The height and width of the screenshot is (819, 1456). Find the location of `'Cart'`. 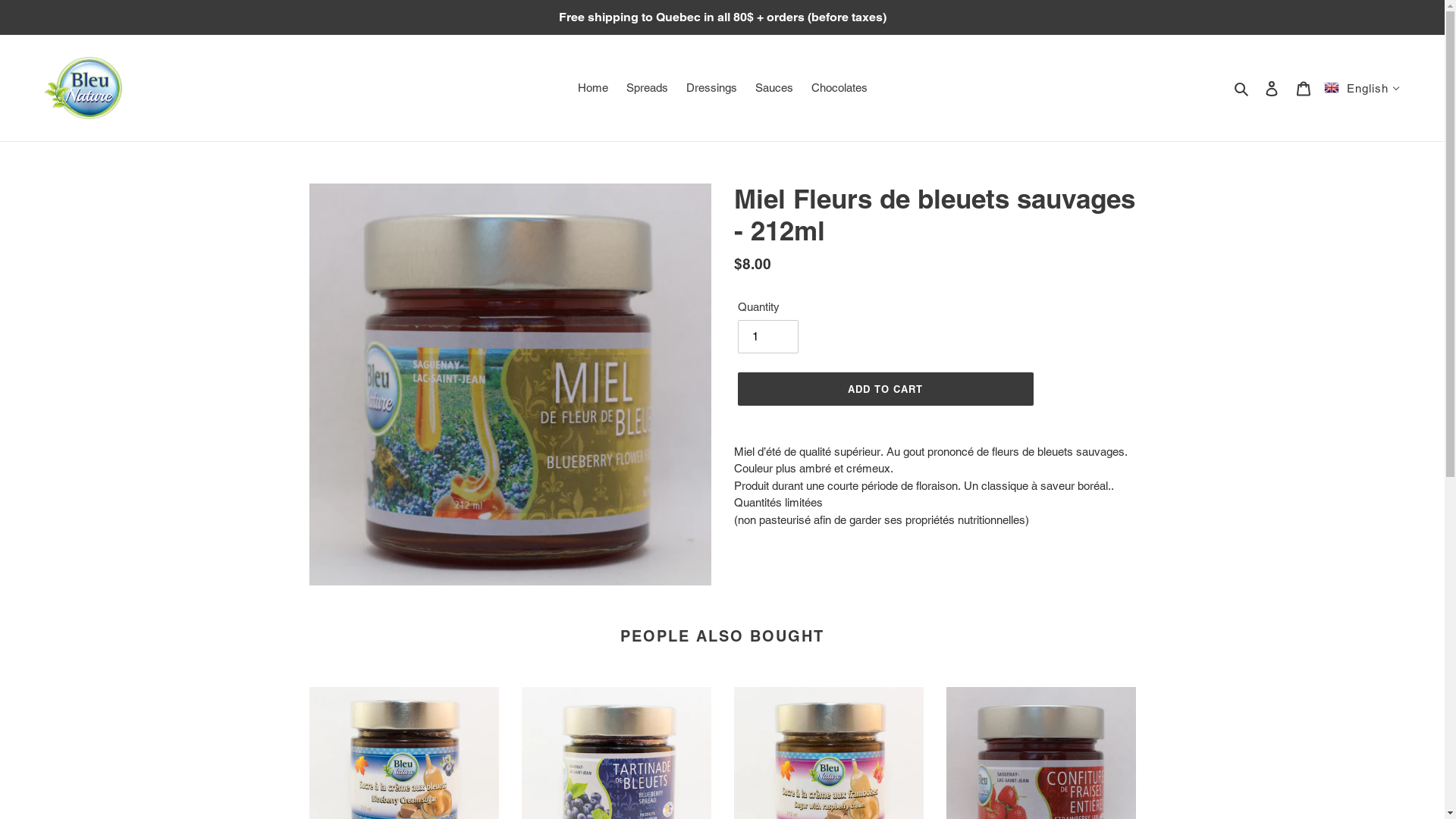

'Cart' is located at coordinates (1302, 88).